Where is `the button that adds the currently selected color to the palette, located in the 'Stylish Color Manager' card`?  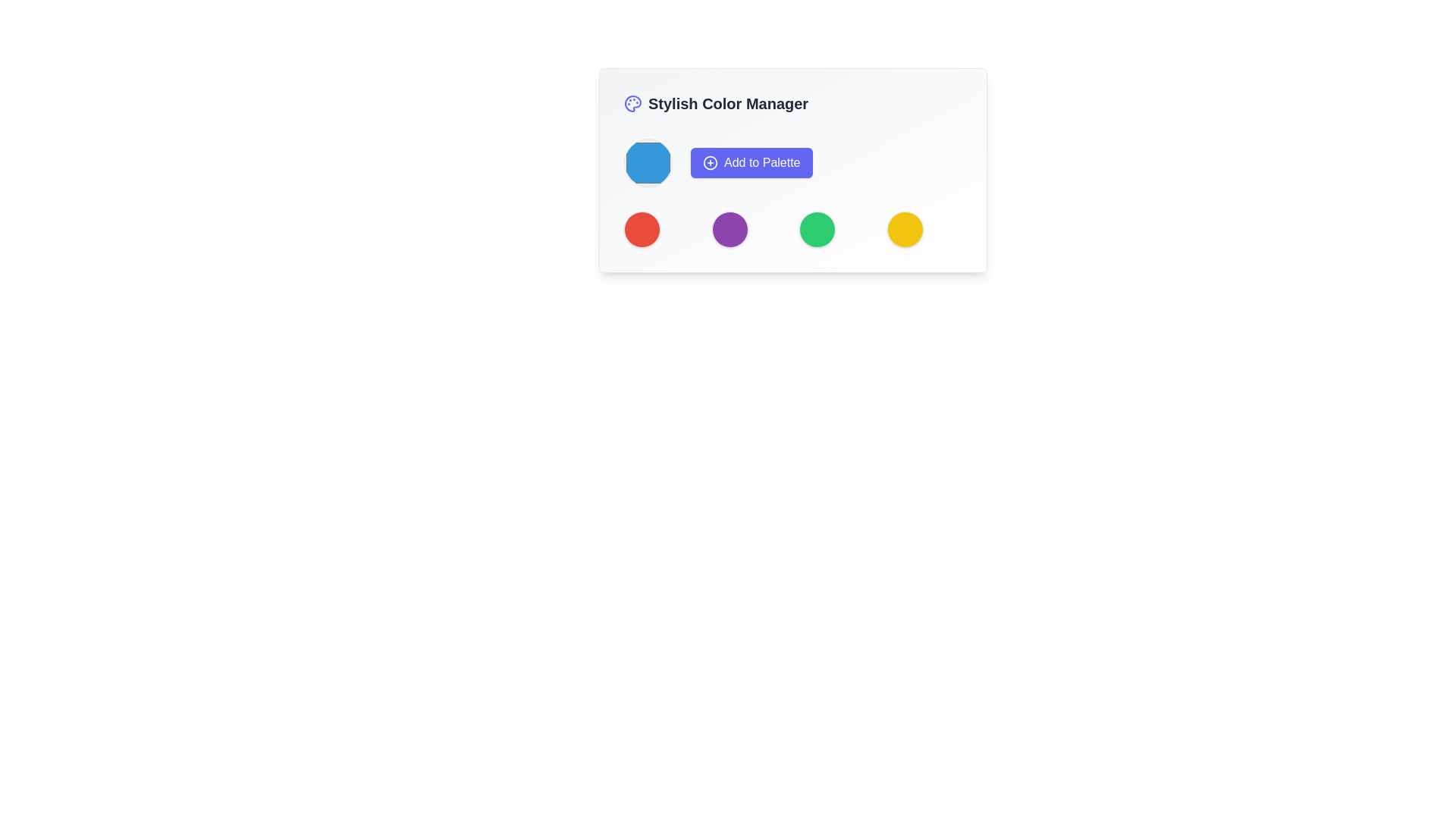 the button that adds the currently selected color to the palette, located in the 'Stylish Color Manager' card is located at coordinates (752, 163).